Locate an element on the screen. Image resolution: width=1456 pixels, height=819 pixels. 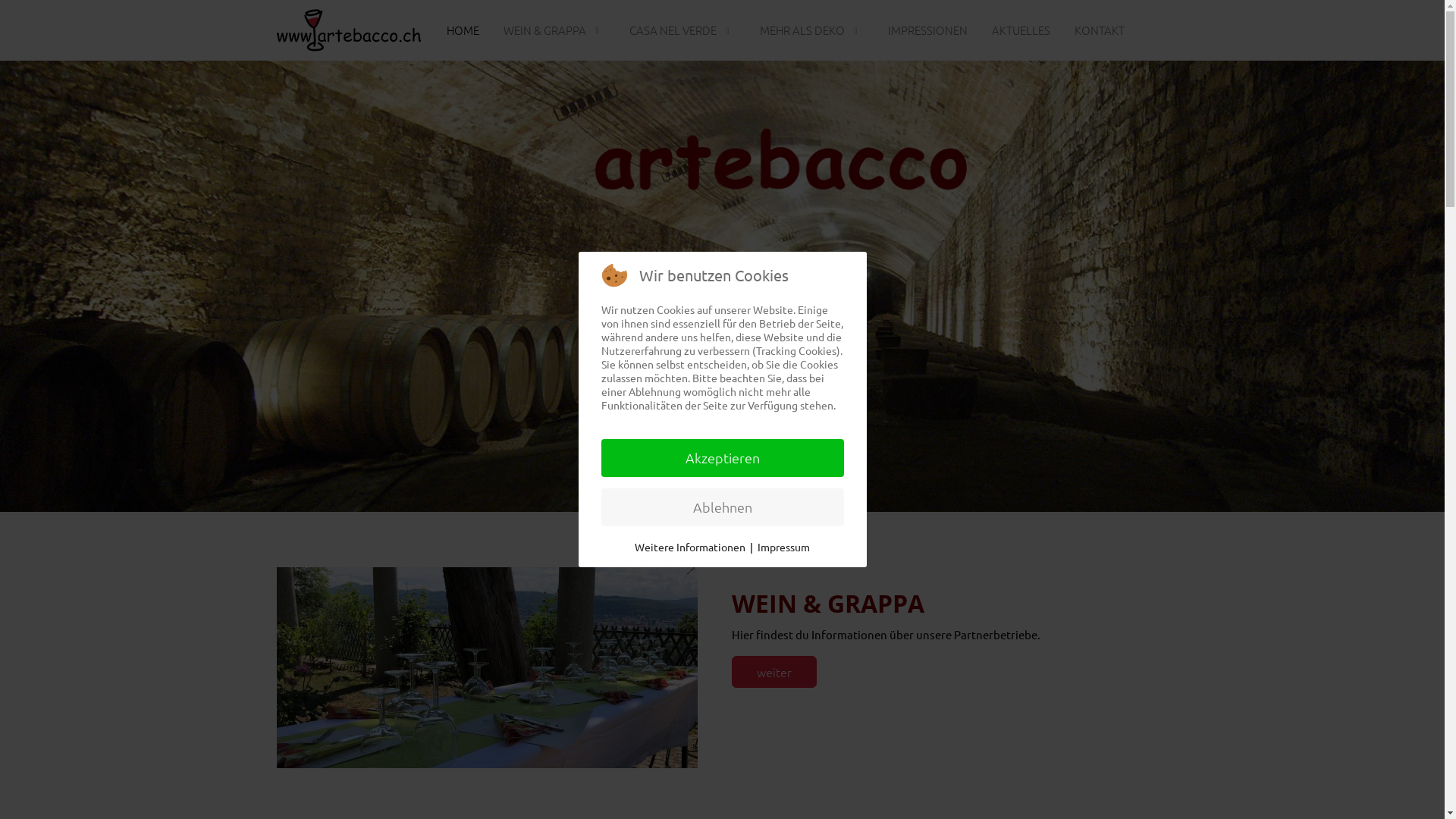
'CASA NEL VERDE' is located at coordinates (682, 30).